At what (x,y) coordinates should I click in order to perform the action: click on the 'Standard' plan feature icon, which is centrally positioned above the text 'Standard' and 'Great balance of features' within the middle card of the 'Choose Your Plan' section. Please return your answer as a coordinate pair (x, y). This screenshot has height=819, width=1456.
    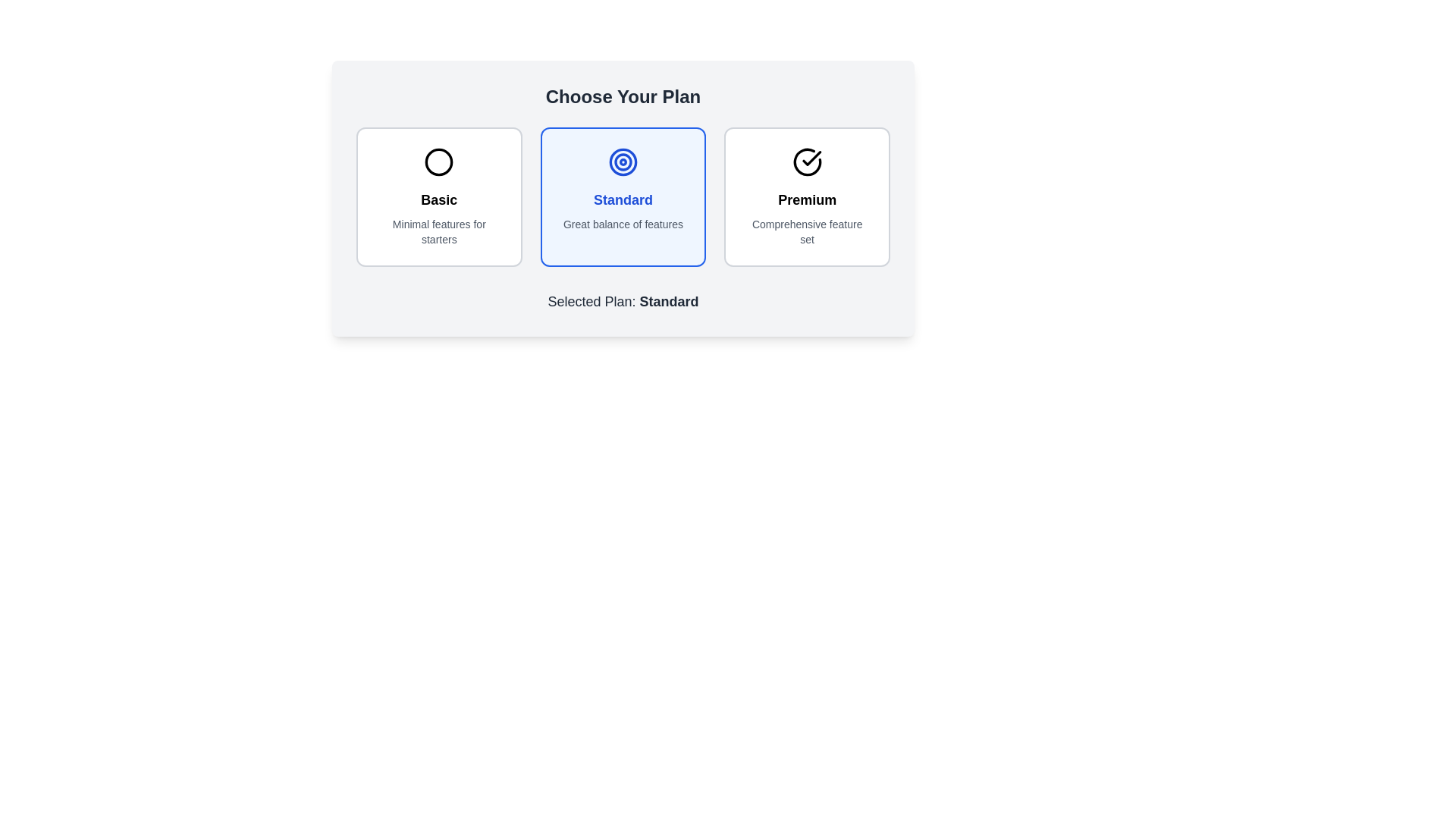
    Looking at the image, I should click on (623, 162).